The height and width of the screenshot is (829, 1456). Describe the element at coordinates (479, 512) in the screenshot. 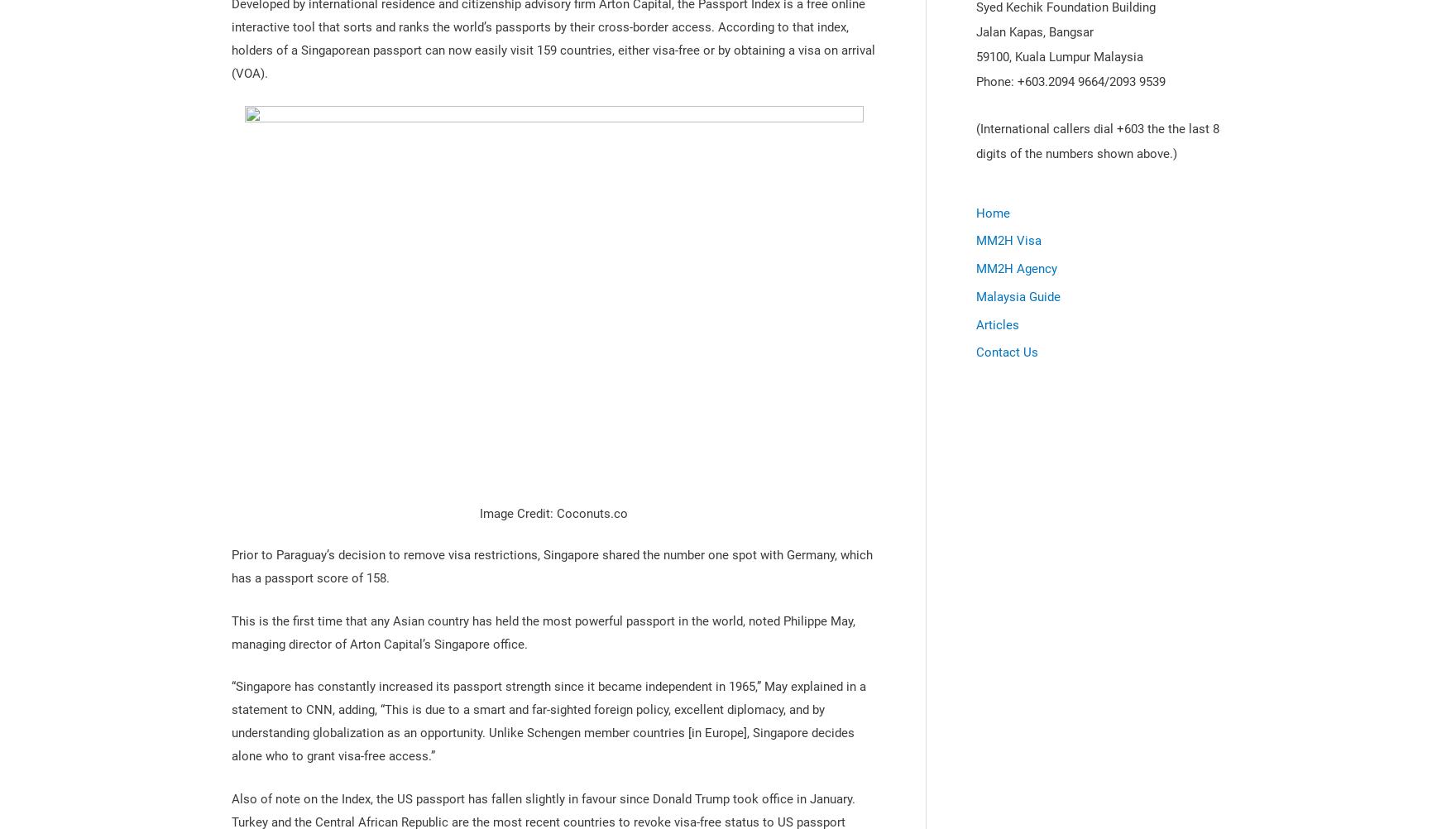

I see `'Image Credit: Coconuts.co'` at that location.